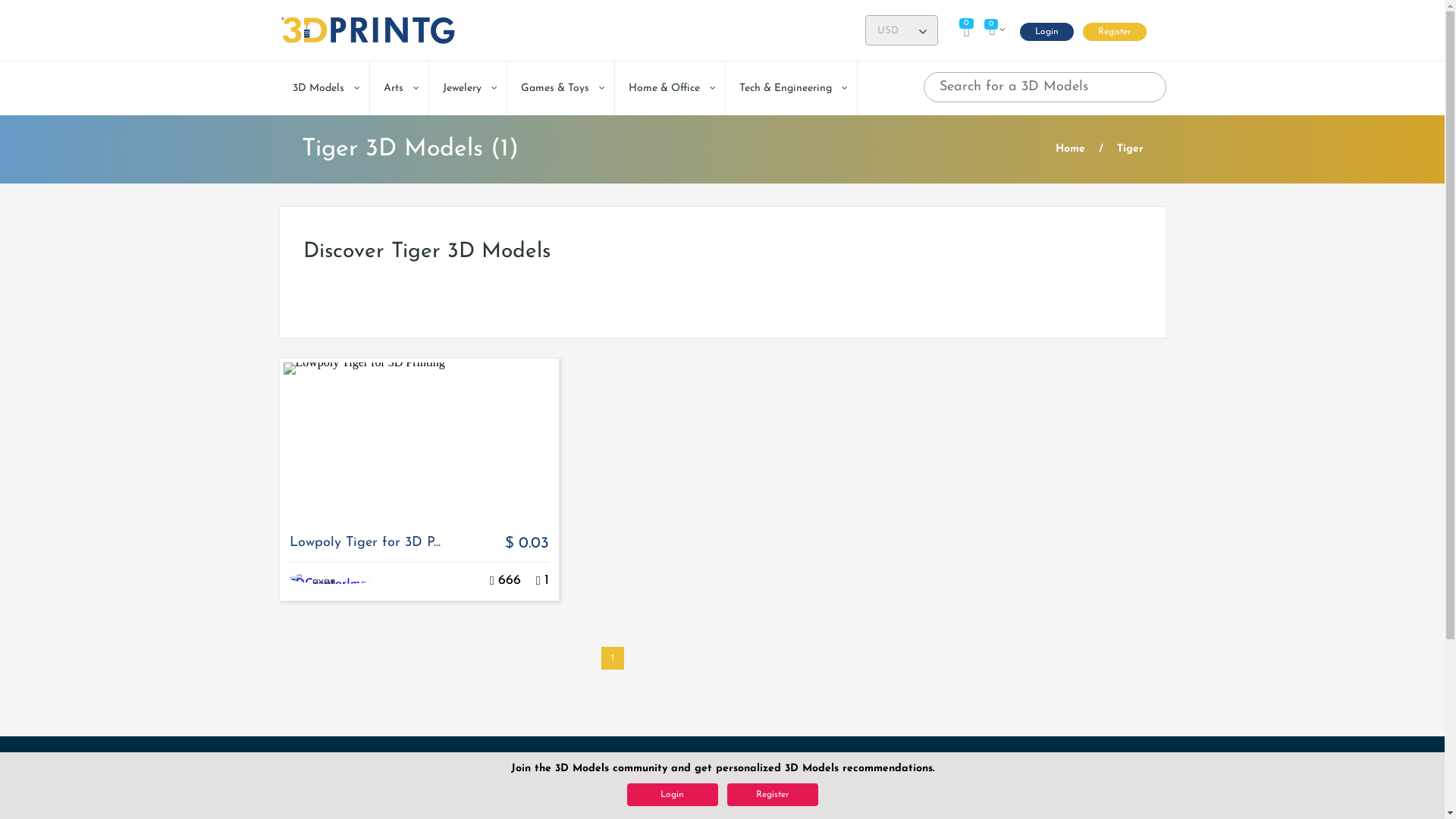  Describe the element at coordinates (323, 580) in the screenshot. I see `'avan'` at that location.